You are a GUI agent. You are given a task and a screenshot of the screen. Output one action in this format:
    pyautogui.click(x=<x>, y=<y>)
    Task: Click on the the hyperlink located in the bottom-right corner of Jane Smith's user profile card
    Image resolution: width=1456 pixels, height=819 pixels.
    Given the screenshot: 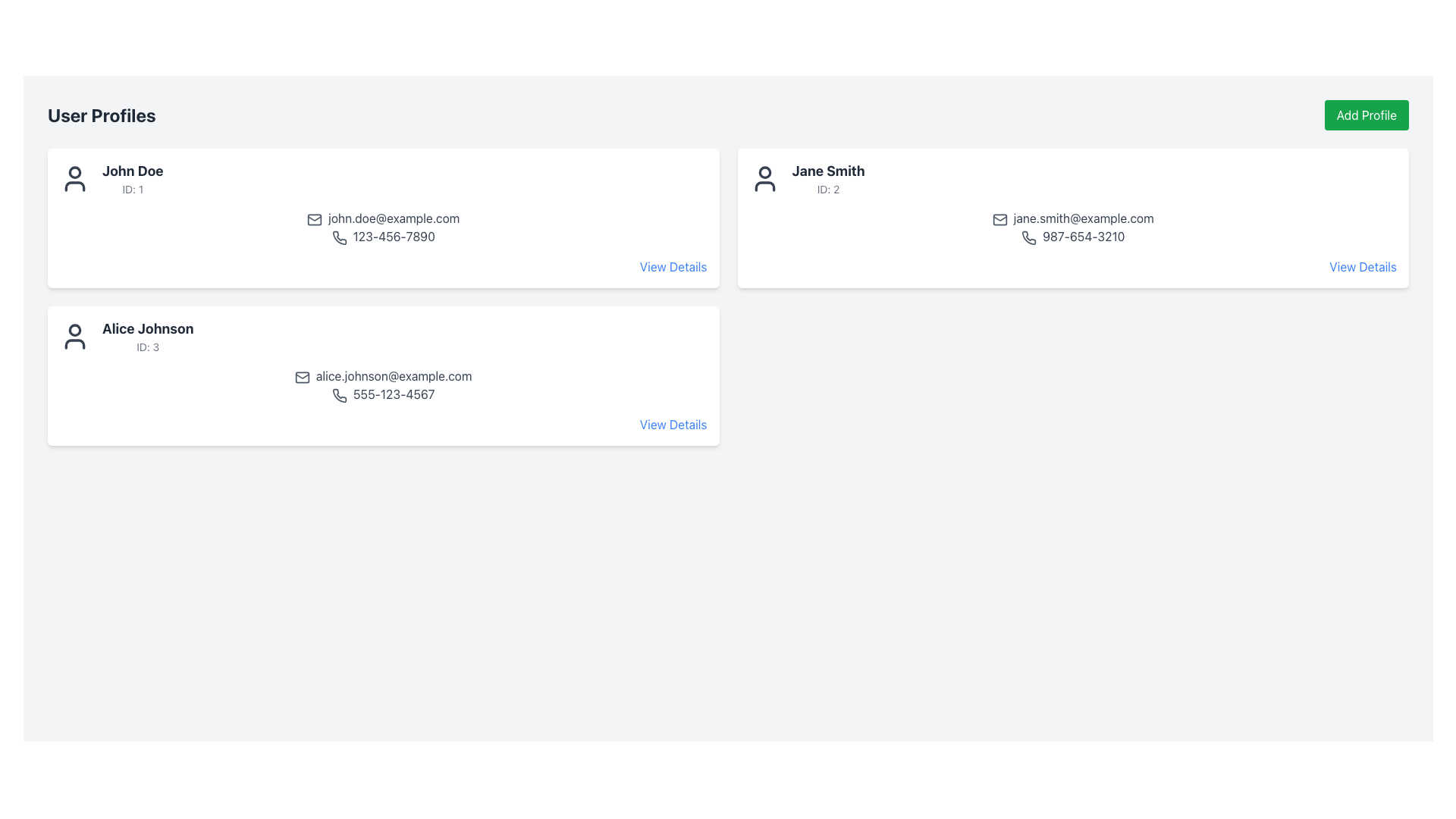 What is the action you would take?
    pyautogui.click(x=1363, y=265)
    